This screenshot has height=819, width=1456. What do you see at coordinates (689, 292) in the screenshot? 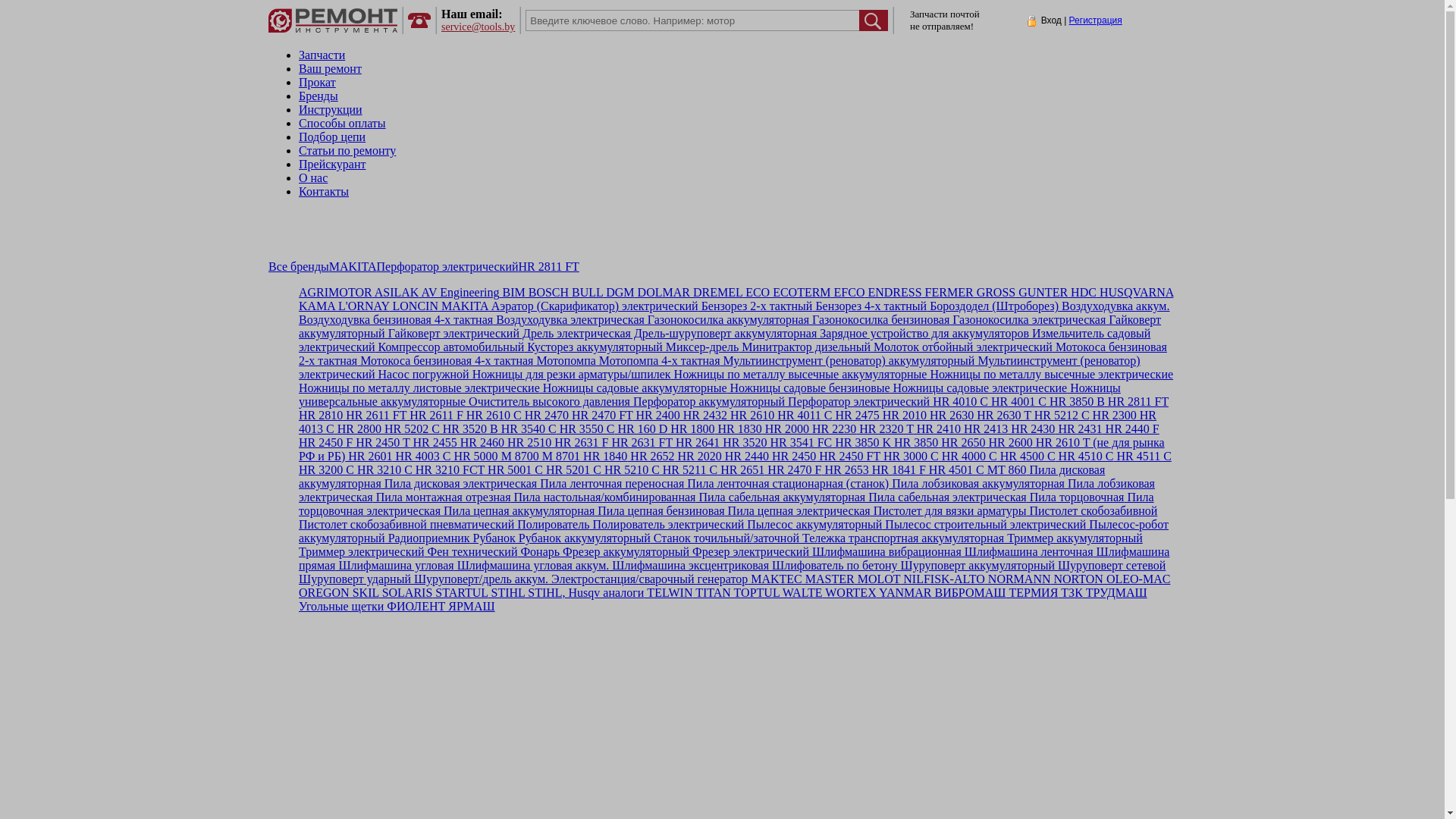
I see `'DREMEL'` at bounding box center [689, 292].